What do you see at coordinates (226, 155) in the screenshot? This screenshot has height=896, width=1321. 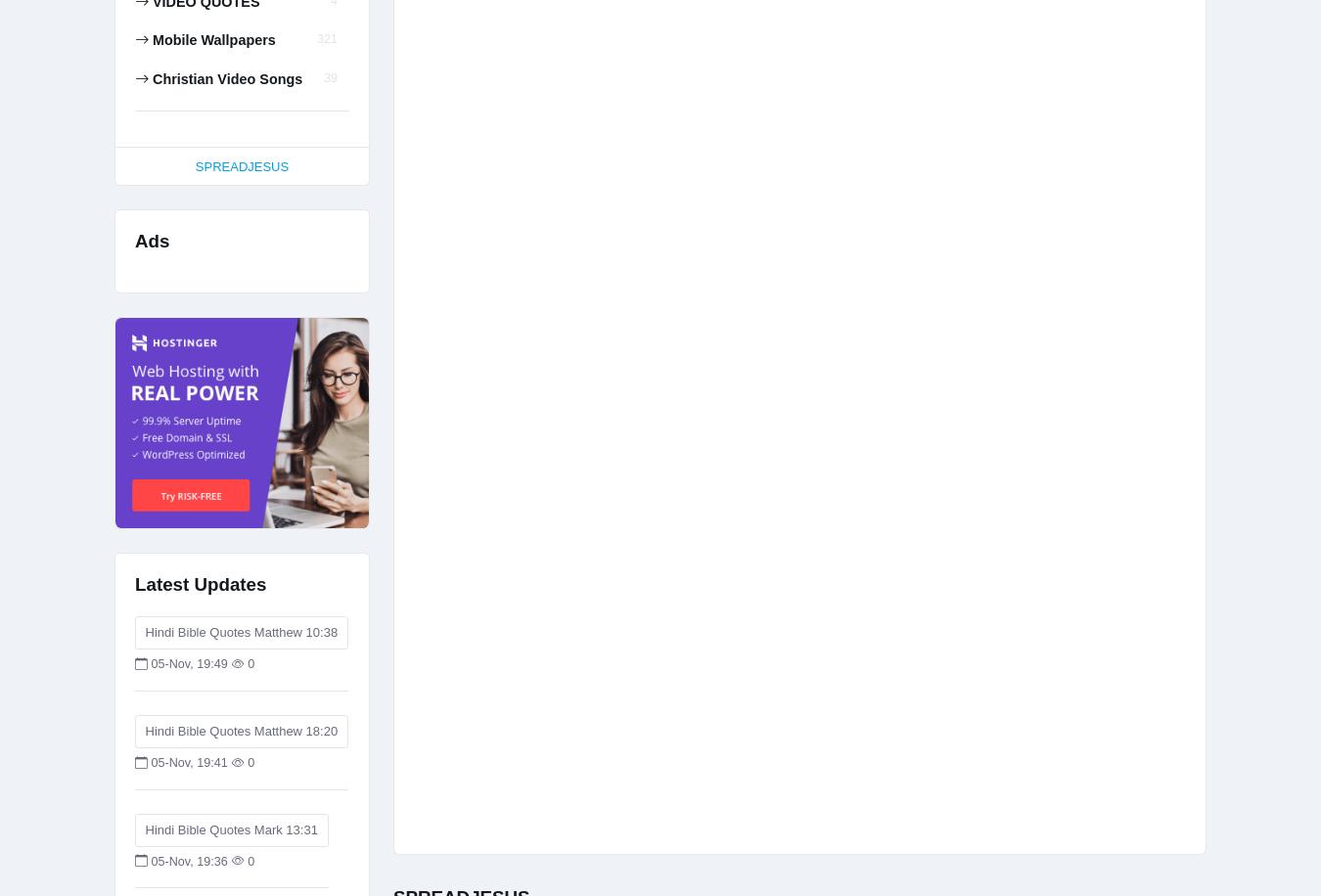 I see `'Help'` at bounding box center [226, 155].